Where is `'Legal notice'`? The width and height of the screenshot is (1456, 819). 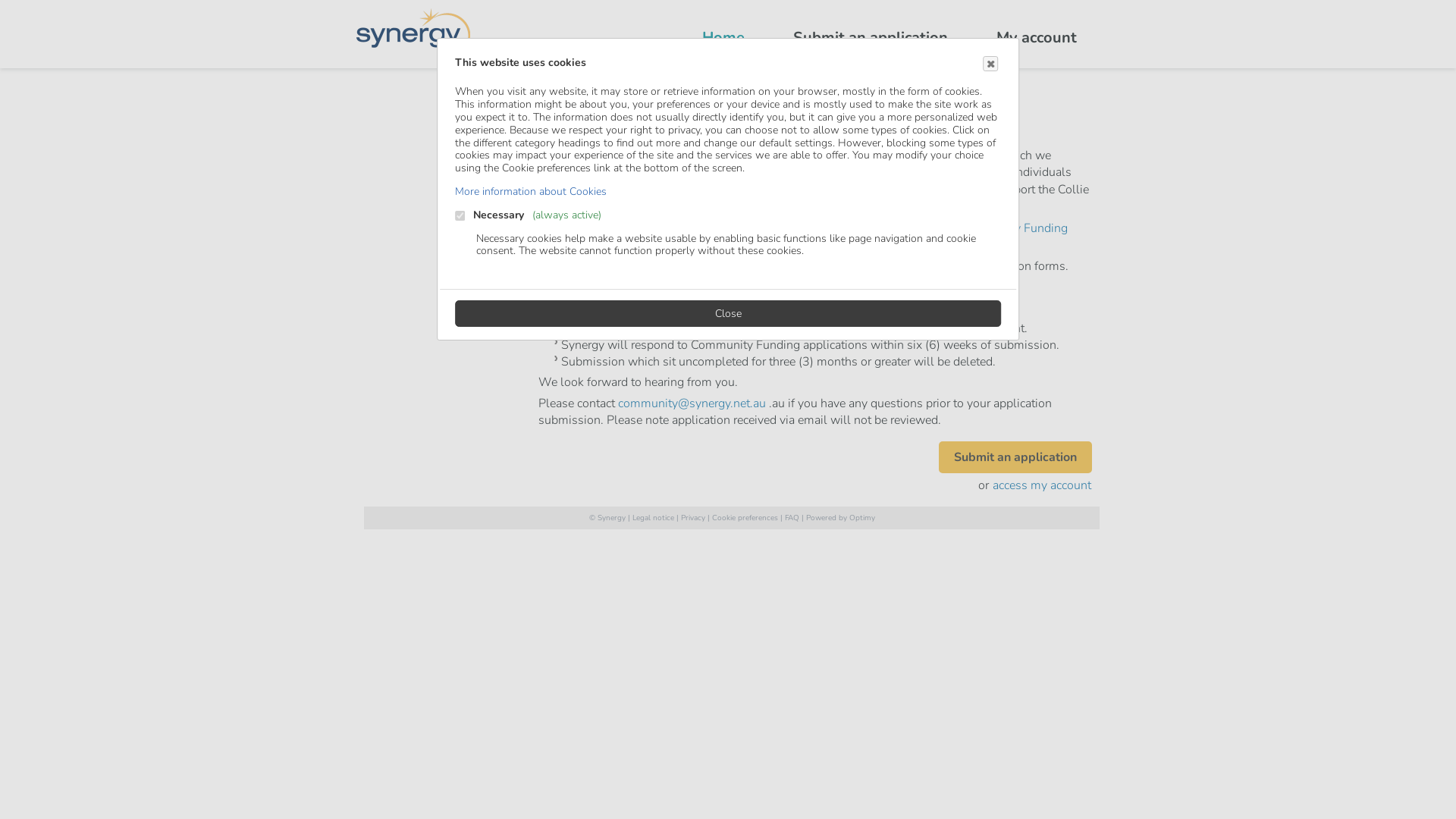 'Legal notice' is located at coordinates (653, 516).